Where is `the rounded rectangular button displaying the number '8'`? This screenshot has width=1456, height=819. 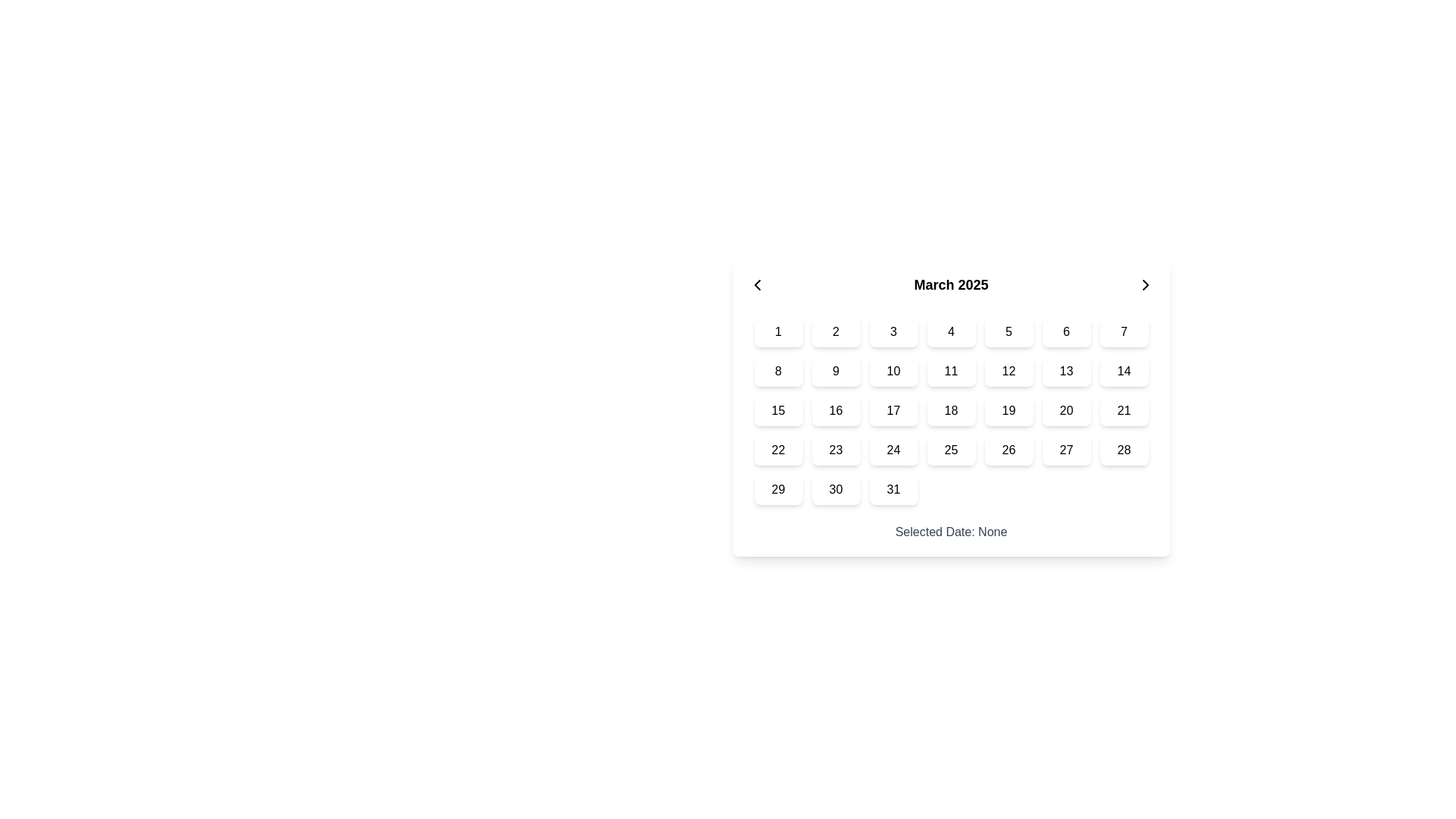
the rounded rectangular button displaying the number '8' is located at coordinates (778, 371).